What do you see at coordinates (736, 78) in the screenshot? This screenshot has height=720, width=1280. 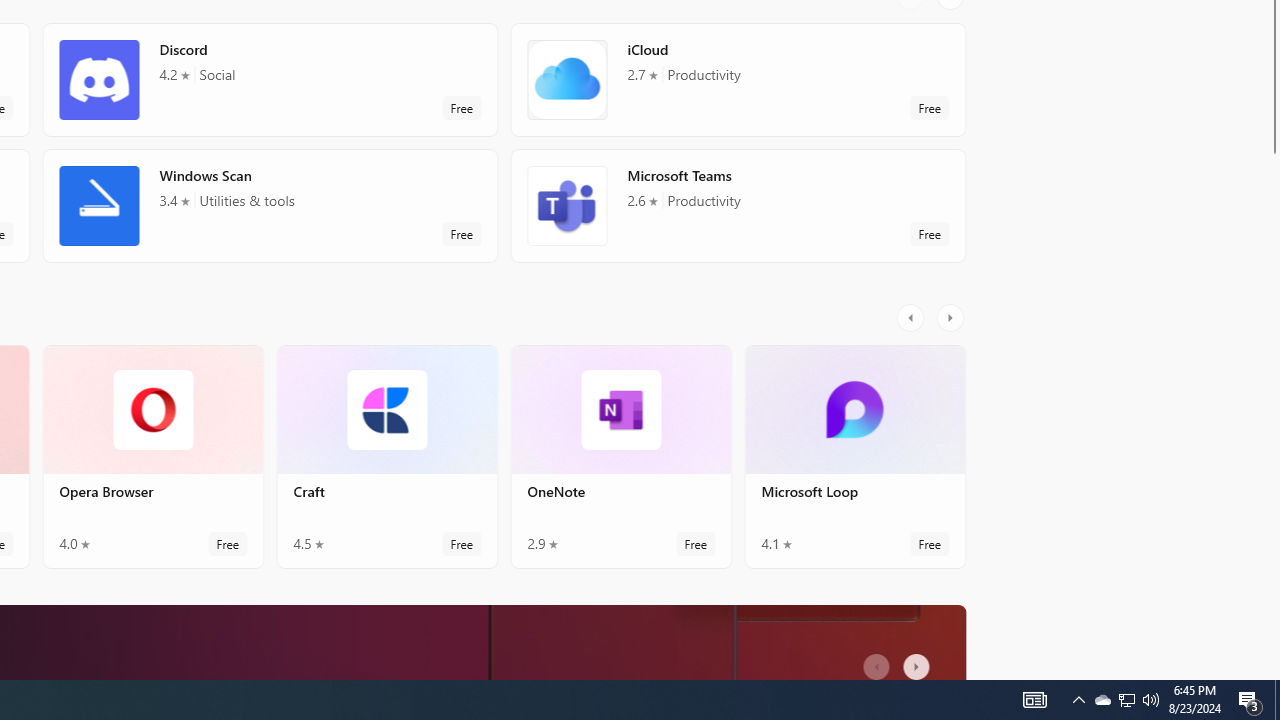 I see `'iCloud. Average rating of 2.7 out of five stars. Free  '` at bounding box center [736, 78].